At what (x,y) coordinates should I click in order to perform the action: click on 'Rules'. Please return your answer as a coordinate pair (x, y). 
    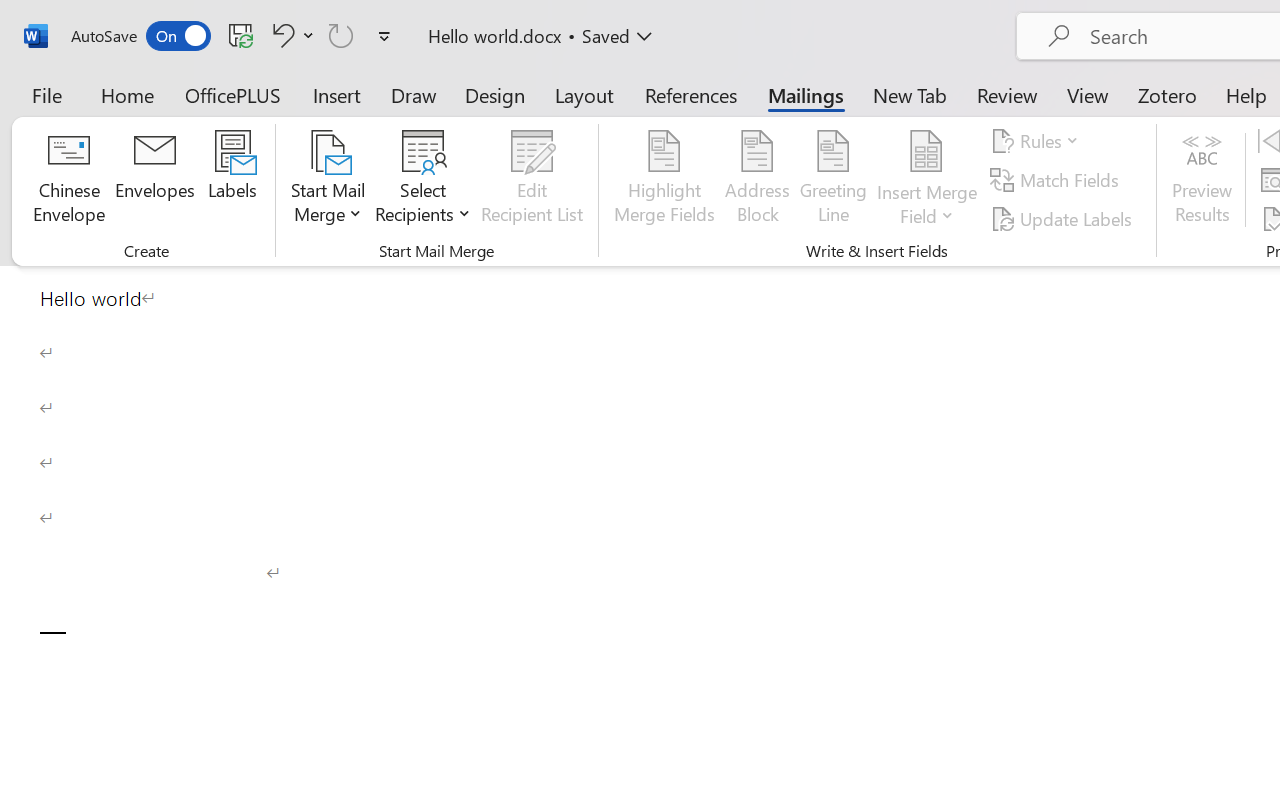
    Looking at the image, I should click on (1038, 141).